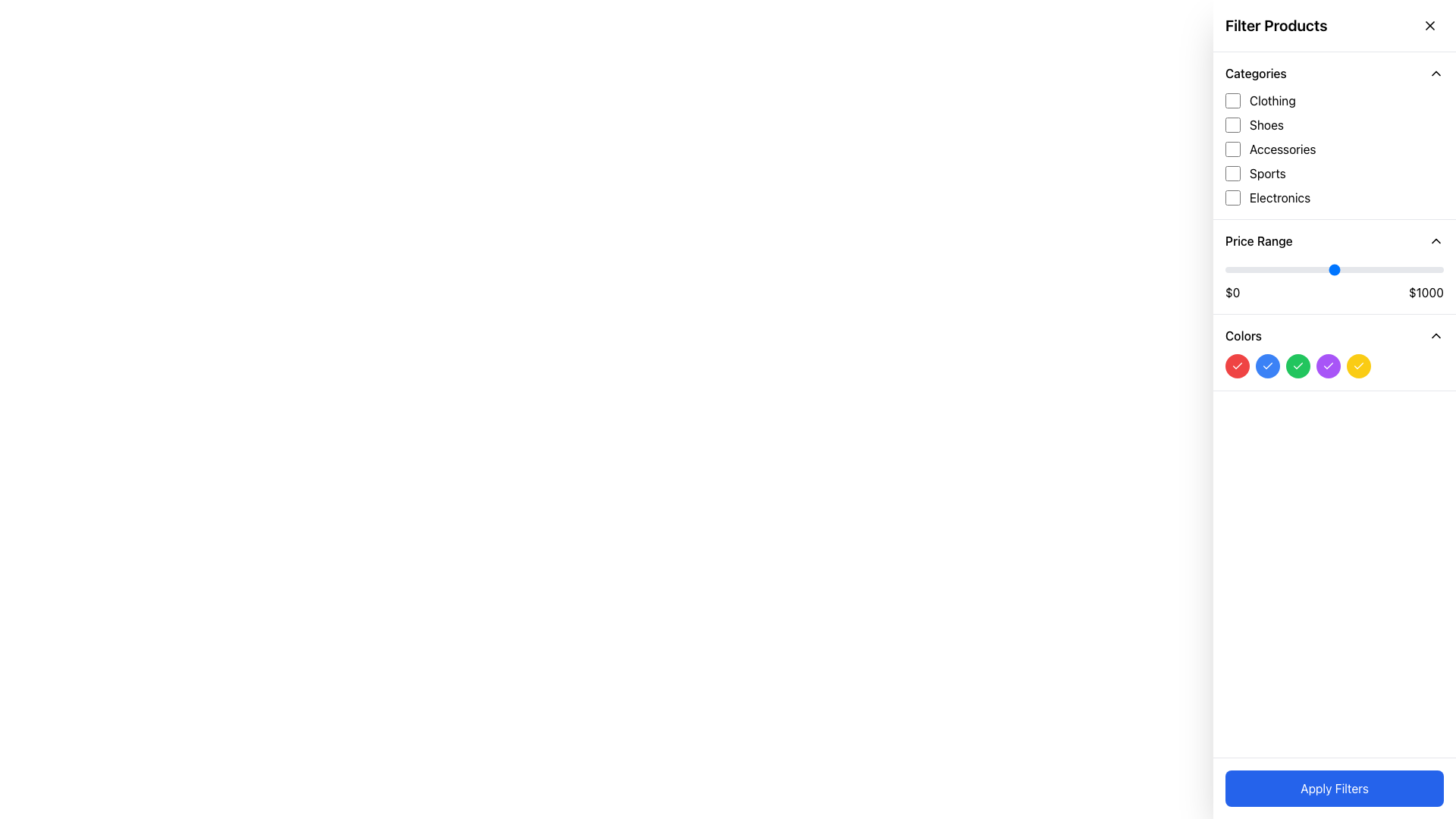 Image resolution: width=1456 pixels, height=819 pixels. Describe the element at coordinates (1276, 26) in the screenshot. I see `the text label 'Filter Products', which is styled in bold and extra large font at the top-left corner of the collapsible filter panel` at that location.